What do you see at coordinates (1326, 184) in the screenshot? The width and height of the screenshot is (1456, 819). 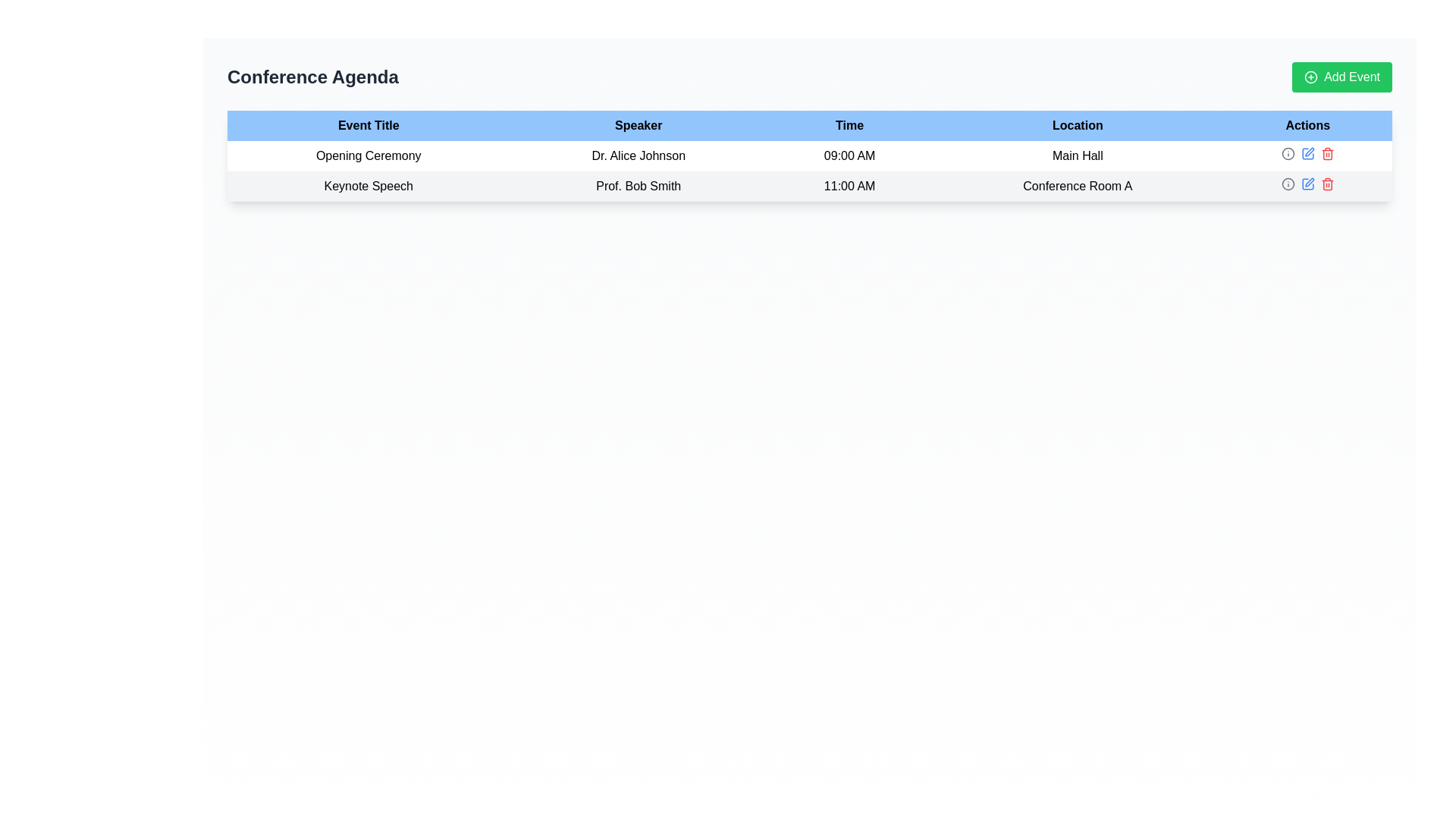 I see `the hollowed body of the trash can SVG icon located in the 'Actions' section of the second row of the events table` at bounding box center [1326, 184].